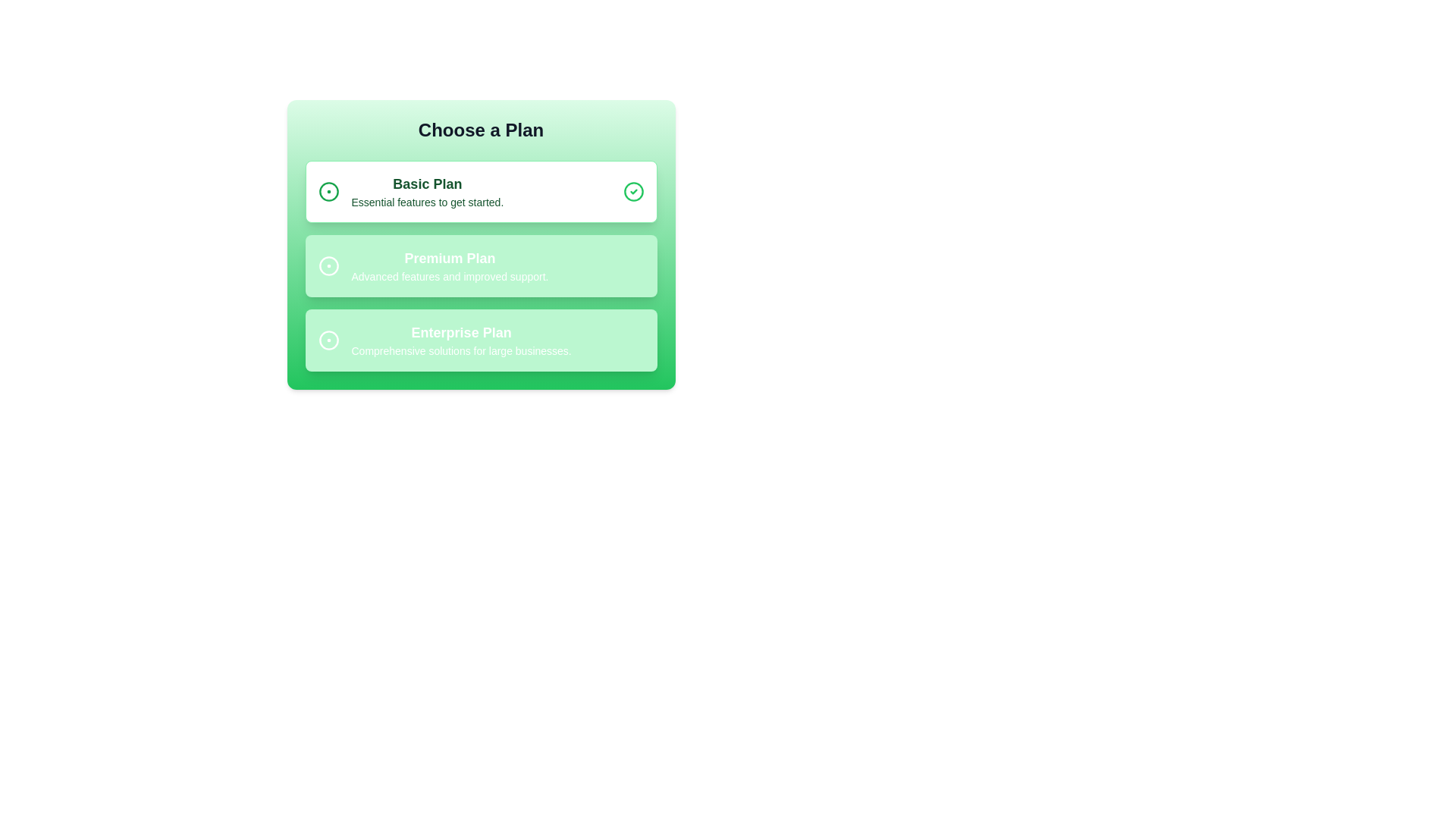 The width and height of the screenshot is (1456, 819). Describe the element at coordinates (328, 339) in the screenshot. I see `the circular green radio button indicator for the 'Enterprise Plan'` at that location.